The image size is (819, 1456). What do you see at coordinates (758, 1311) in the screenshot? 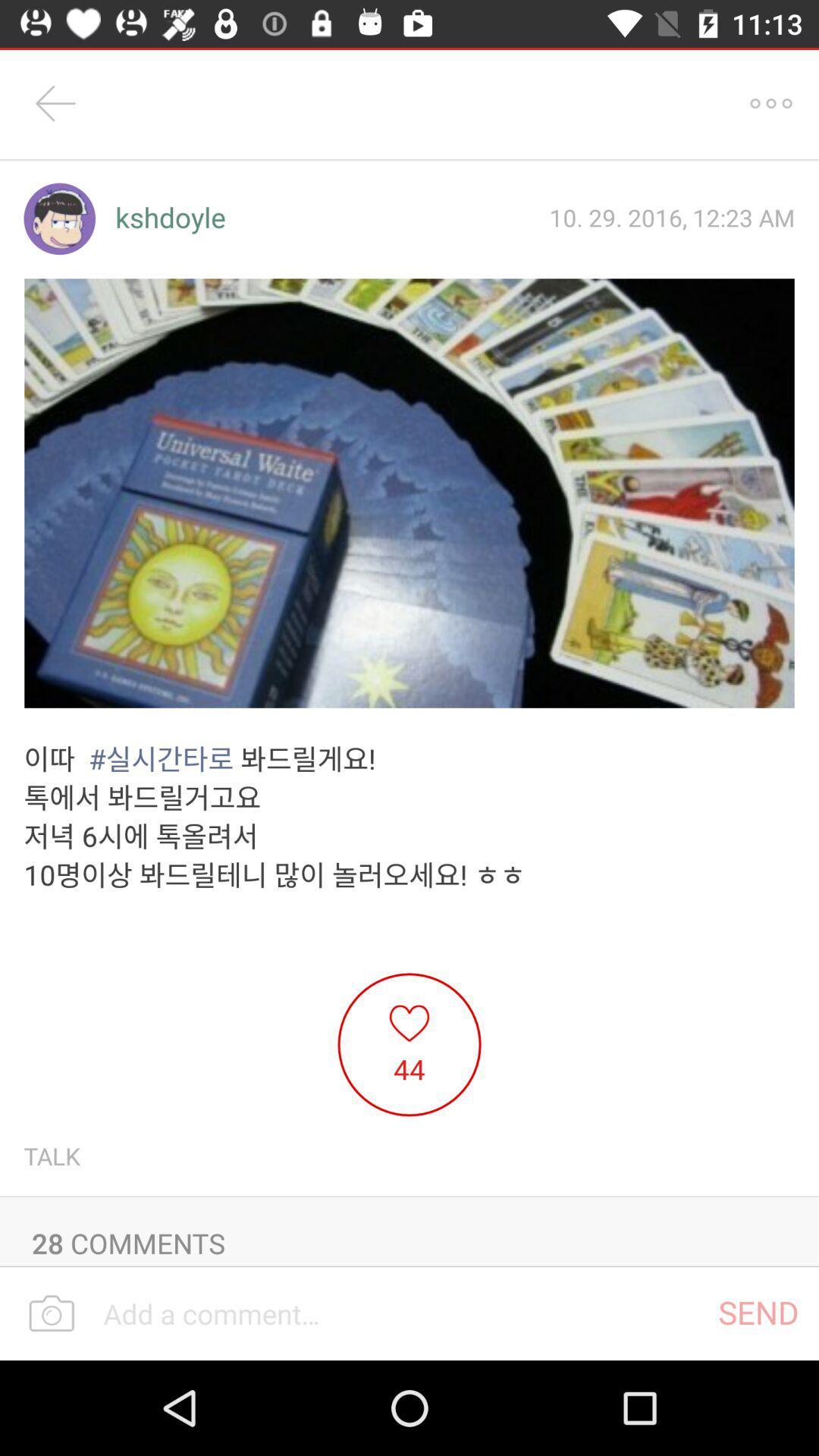
I see `item below the 28 comments` at bounding box center [758, 1311].